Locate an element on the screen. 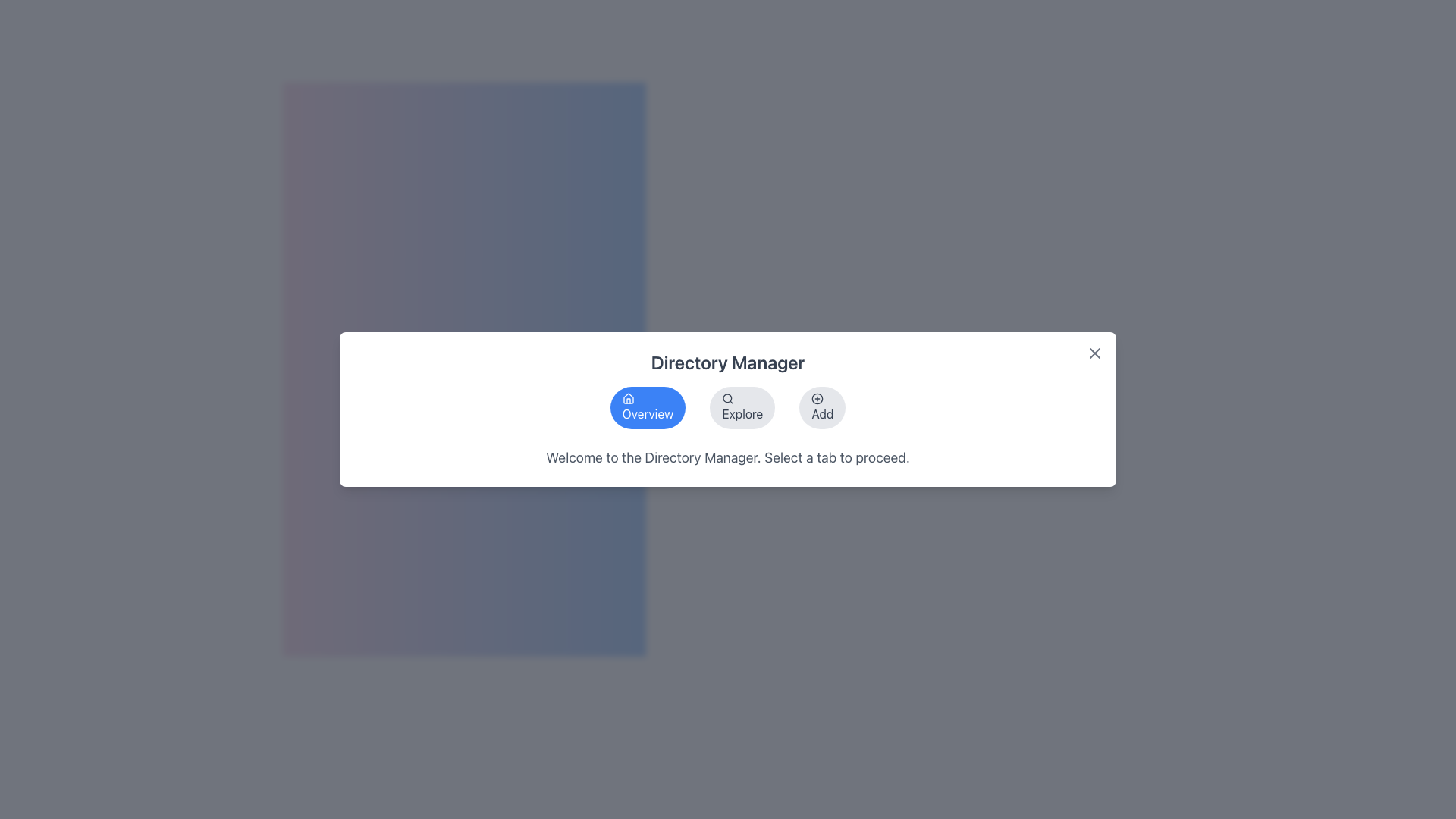  the circular icon with a plus sign (+) in the middle, which is part of the 'Add' button in the 'Directory Manager' modal is located at coordinates (817, 397).